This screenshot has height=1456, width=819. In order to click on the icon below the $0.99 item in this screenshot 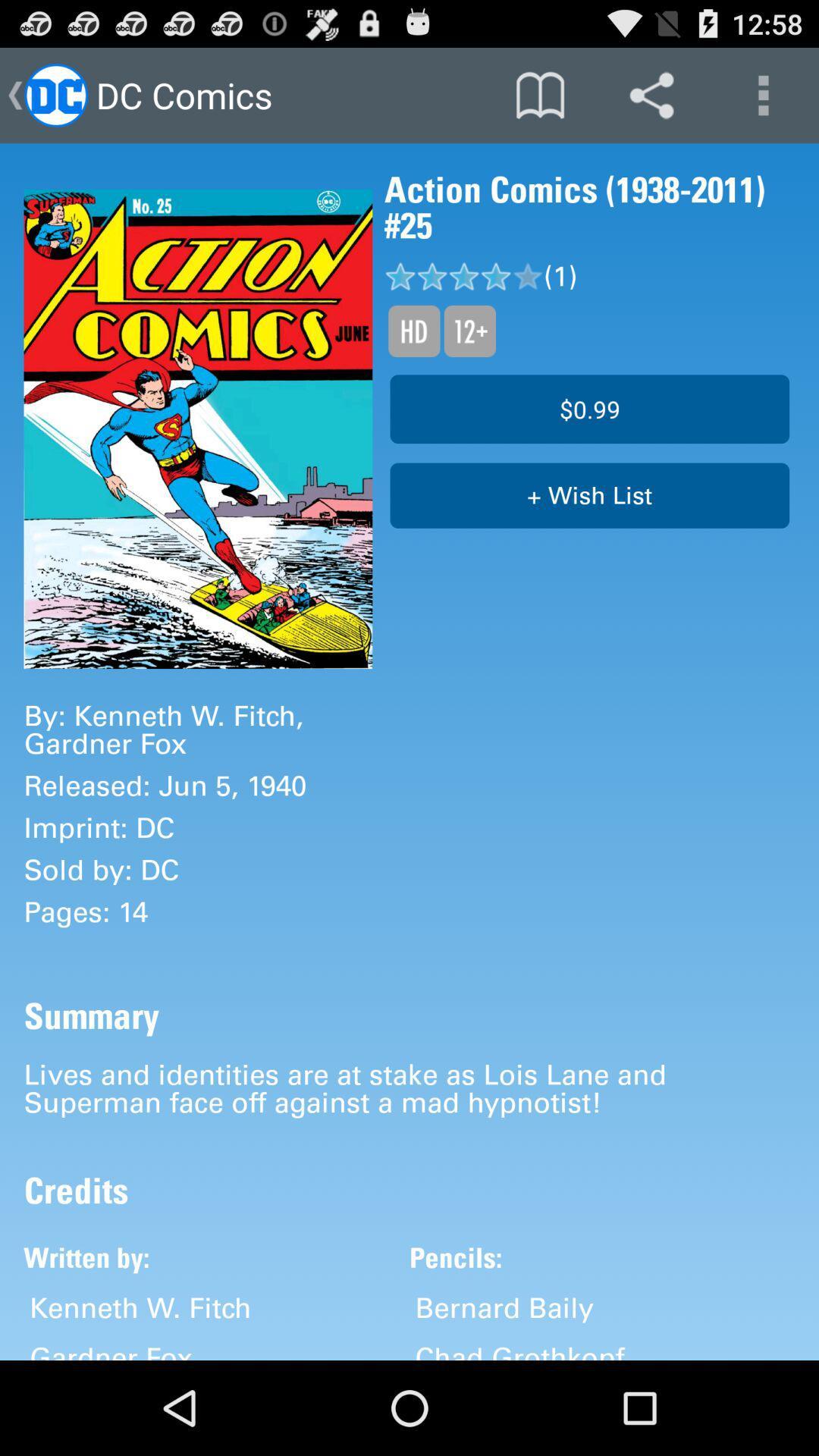, I will do `click(588, 495)`.